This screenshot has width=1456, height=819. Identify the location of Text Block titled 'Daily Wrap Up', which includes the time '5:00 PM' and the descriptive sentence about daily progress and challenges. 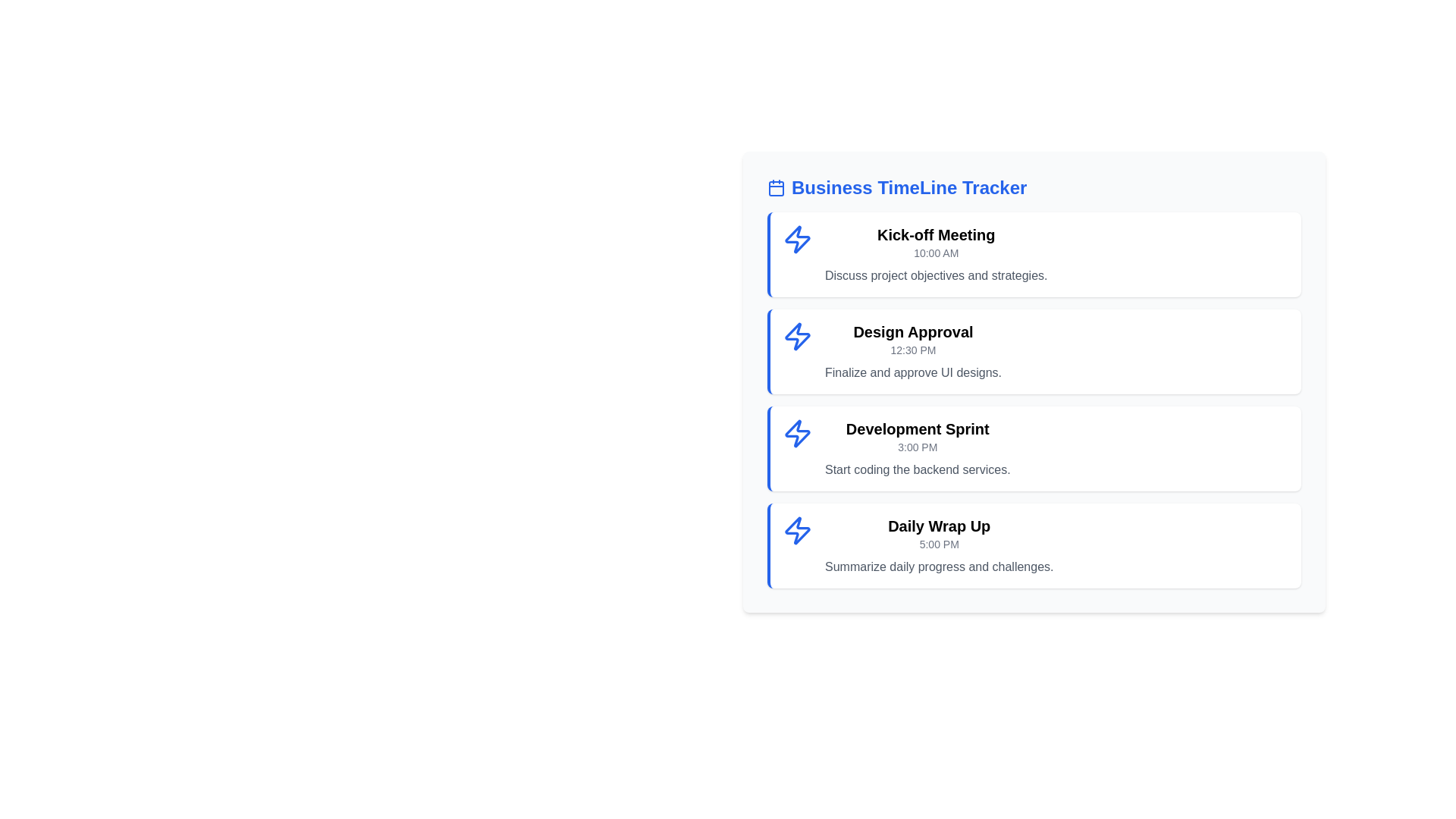
(938, 546).